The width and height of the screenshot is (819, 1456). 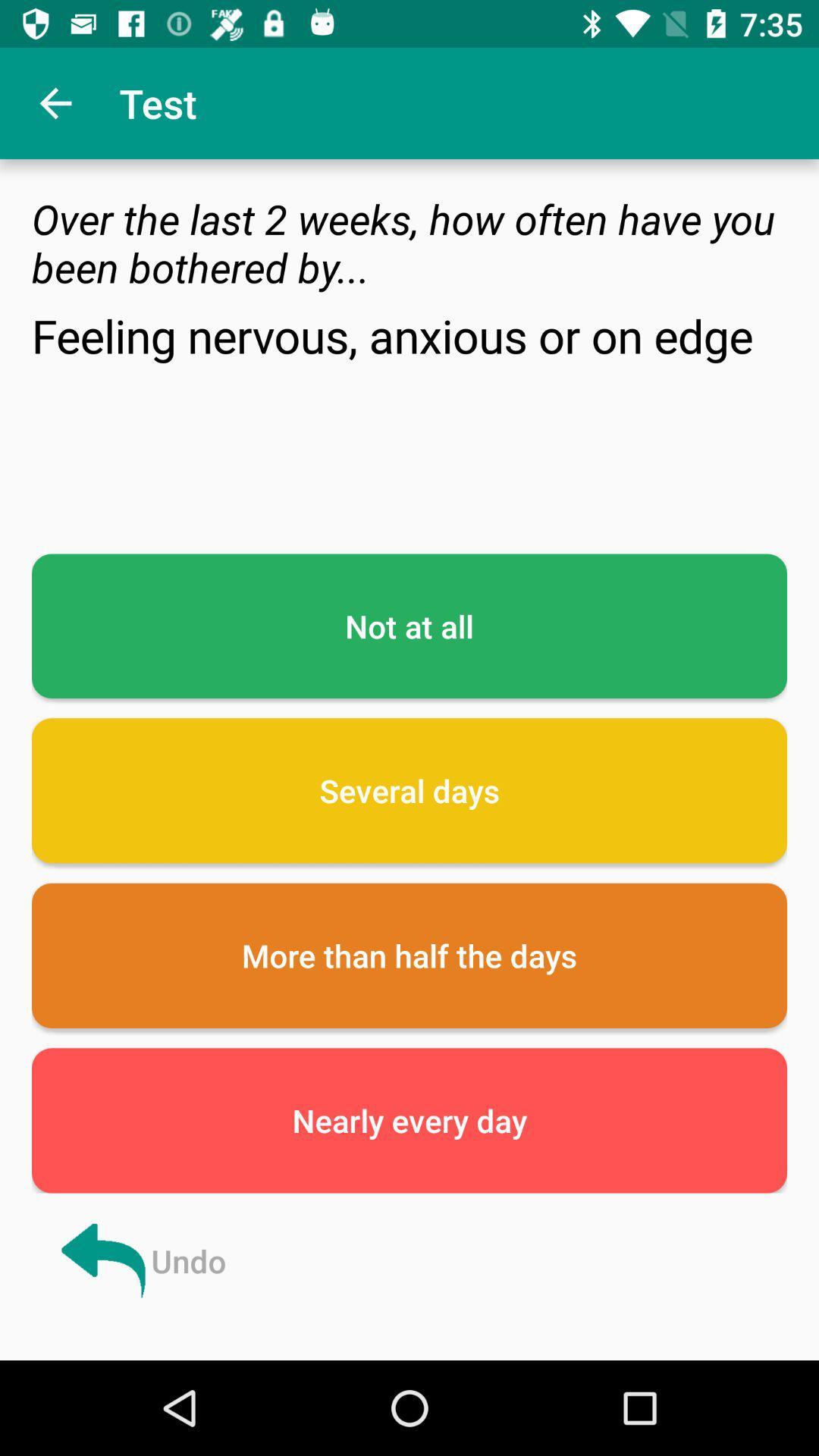 I want to click on the app to the left of the test icon, so click(x=55, y=102).